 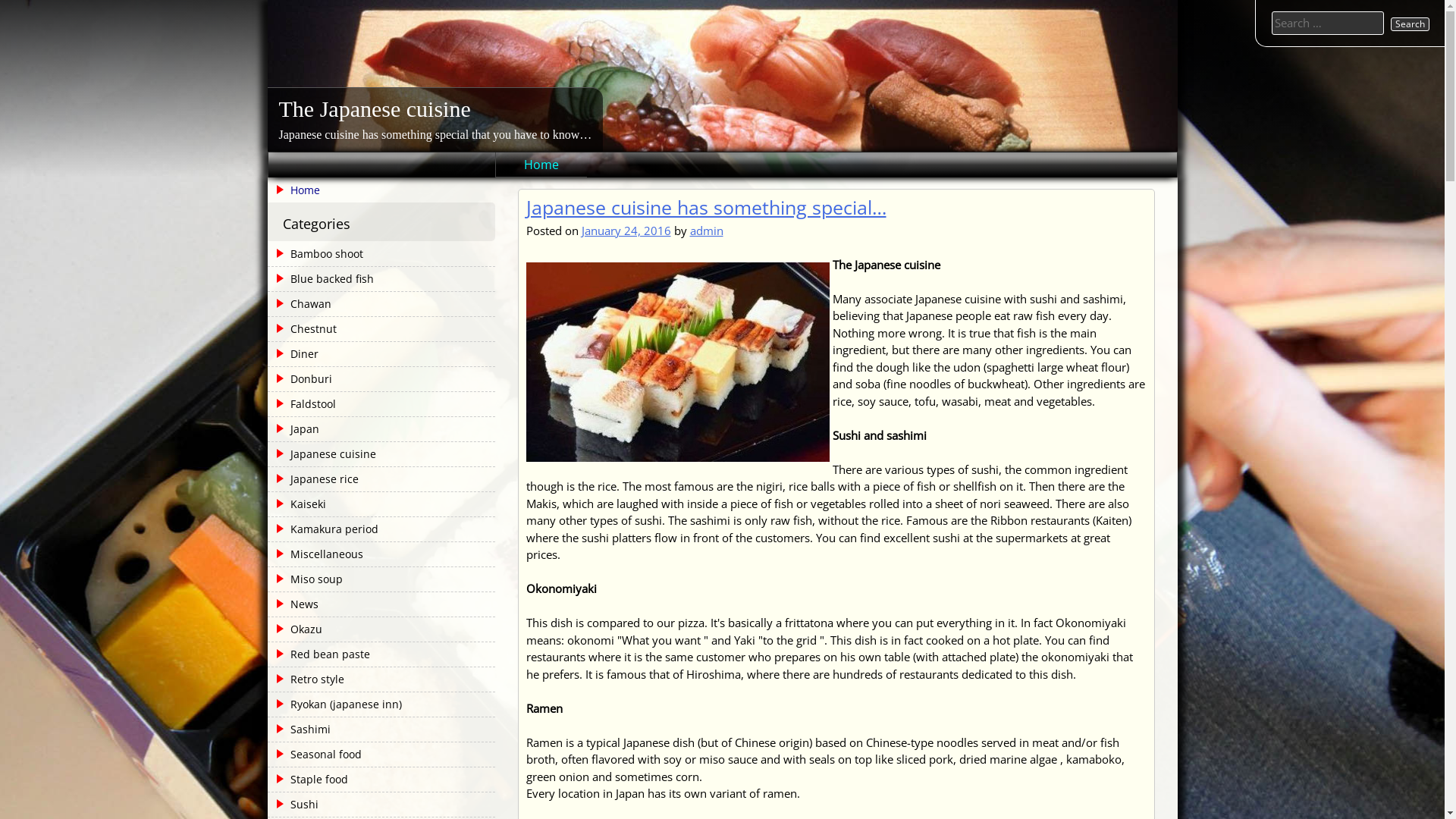 What do you see at coordinates (294, 604) in the screenshot?
I see `'News'` at bounding box center [294, 604].